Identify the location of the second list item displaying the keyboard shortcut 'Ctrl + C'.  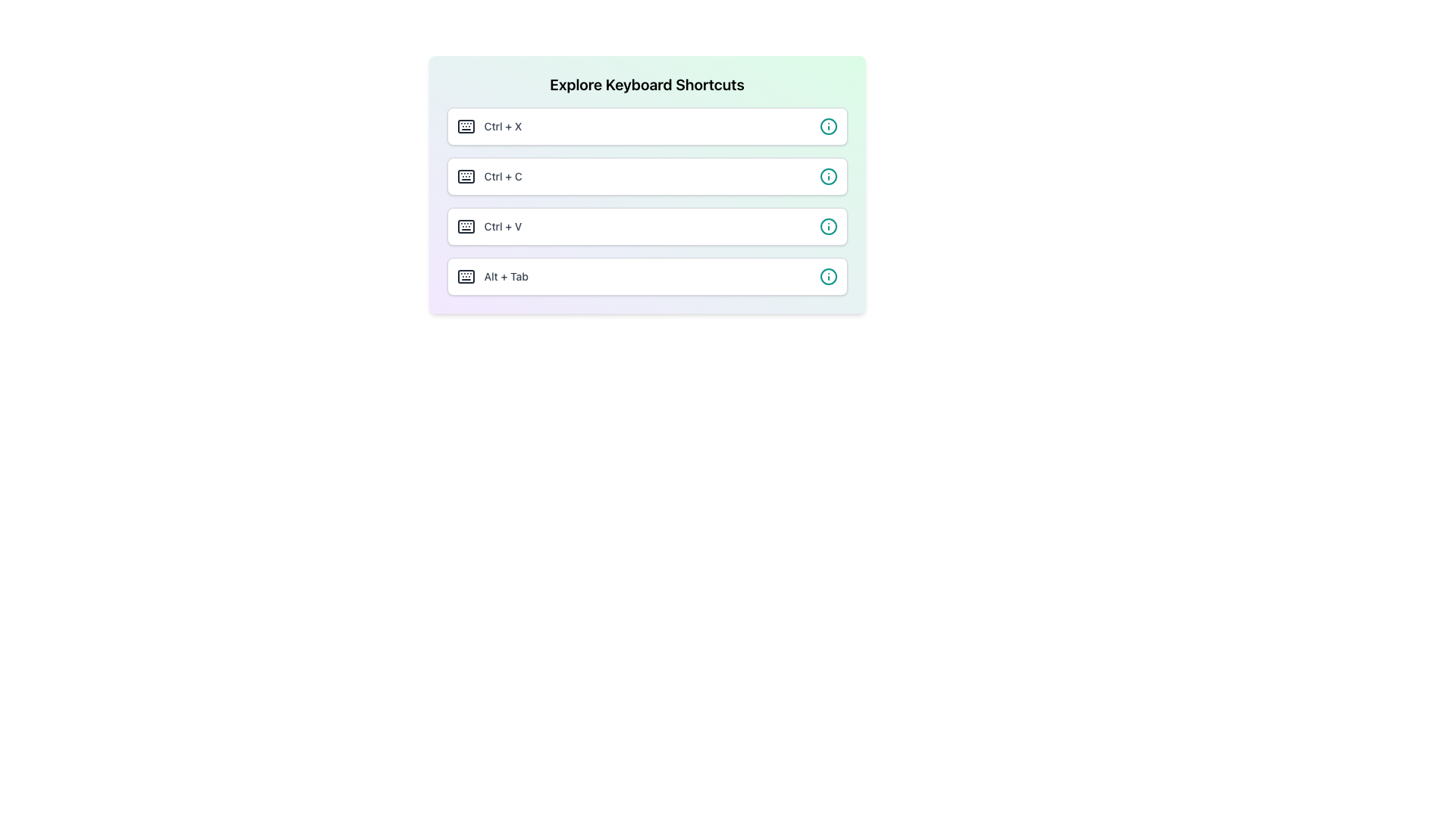
(647, 184).